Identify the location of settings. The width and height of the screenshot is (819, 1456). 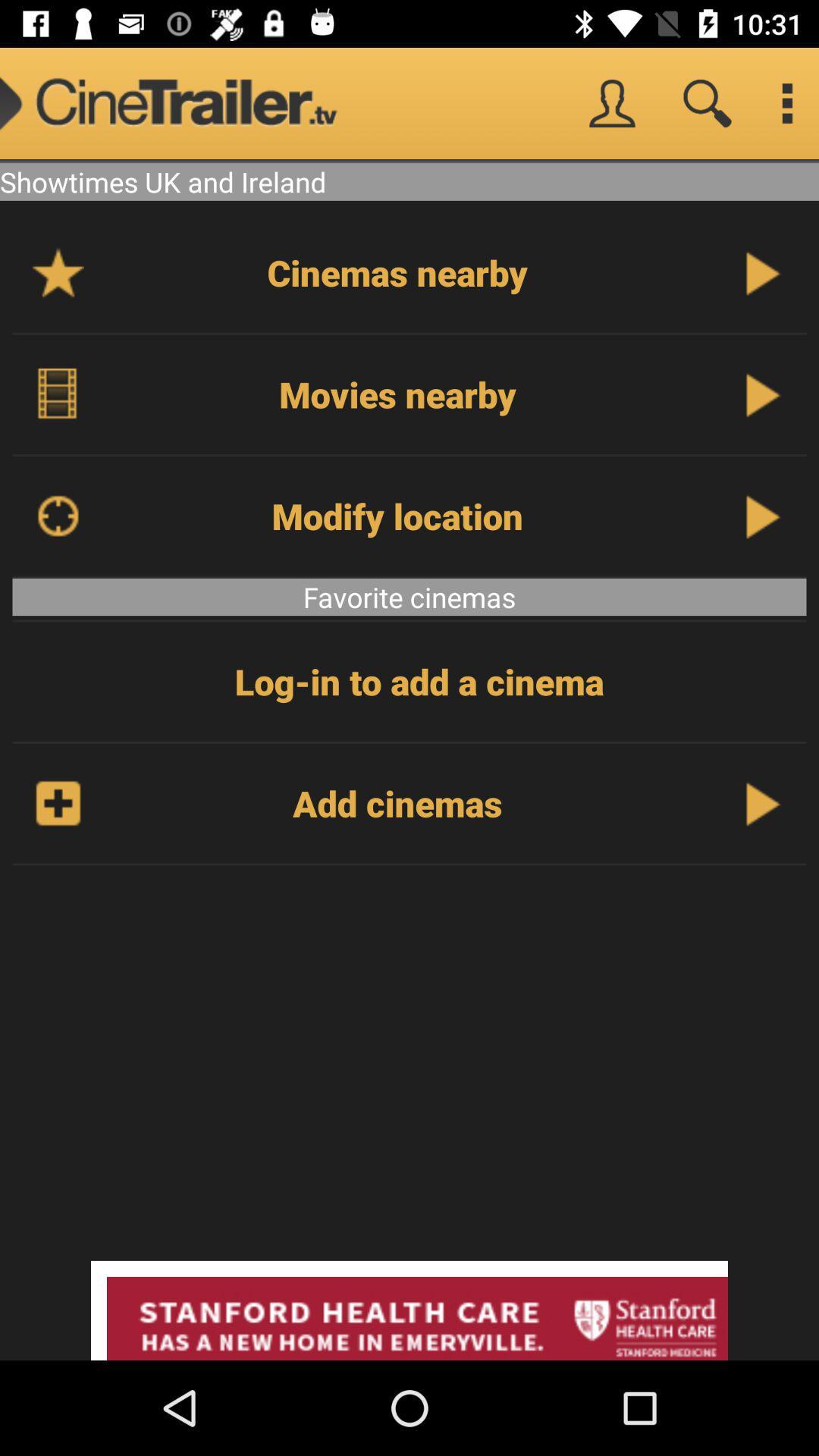
(786, 102).